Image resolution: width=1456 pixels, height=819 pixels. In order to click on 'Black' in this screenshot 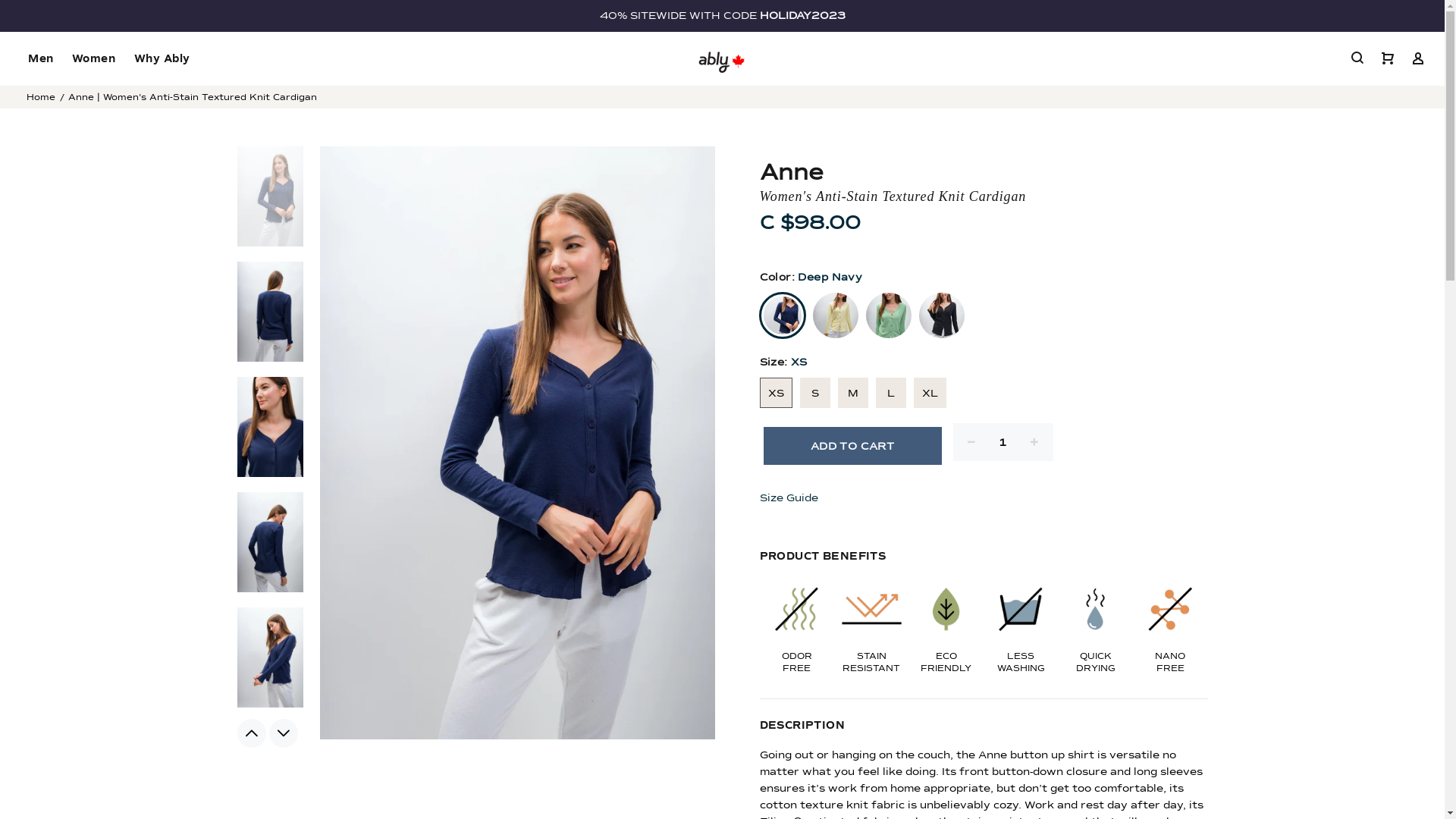, I will do `click(918, 315)`.